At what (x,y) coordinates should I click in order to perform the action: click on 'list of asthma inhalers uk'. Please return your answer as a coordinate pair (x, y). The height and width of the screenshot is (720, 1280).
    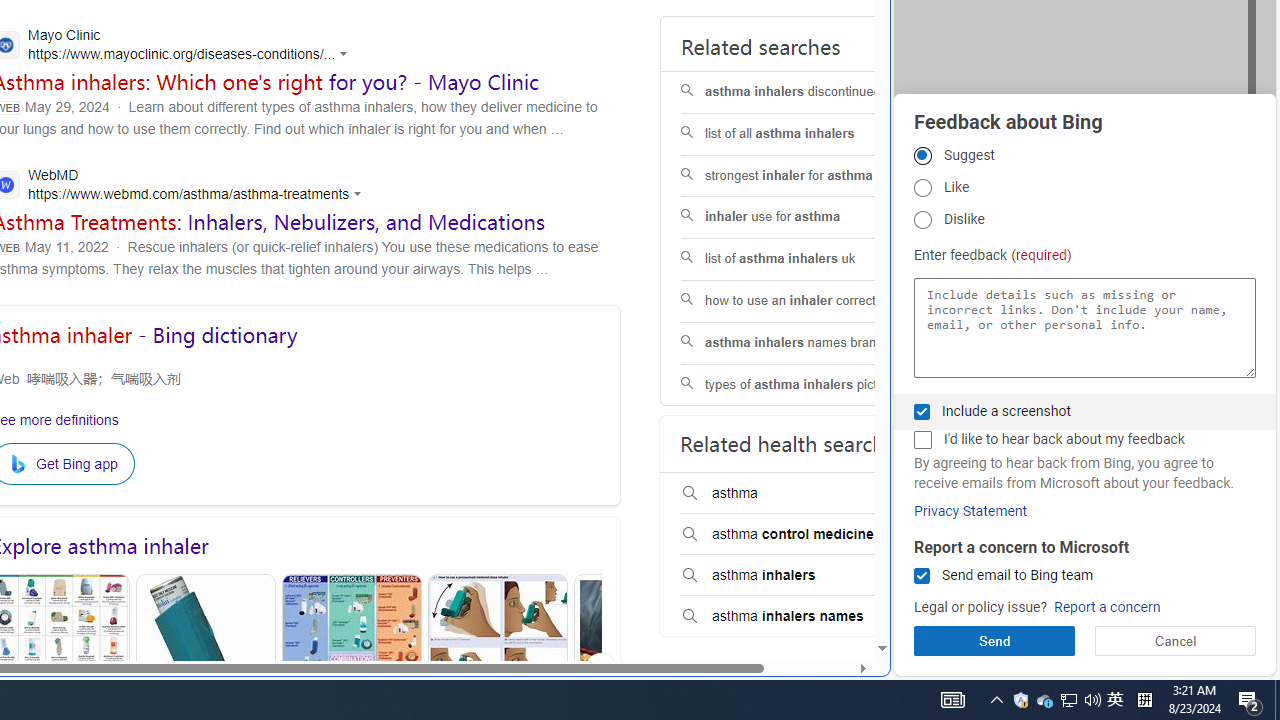
    Looking at the image, I should click on (807, 258).